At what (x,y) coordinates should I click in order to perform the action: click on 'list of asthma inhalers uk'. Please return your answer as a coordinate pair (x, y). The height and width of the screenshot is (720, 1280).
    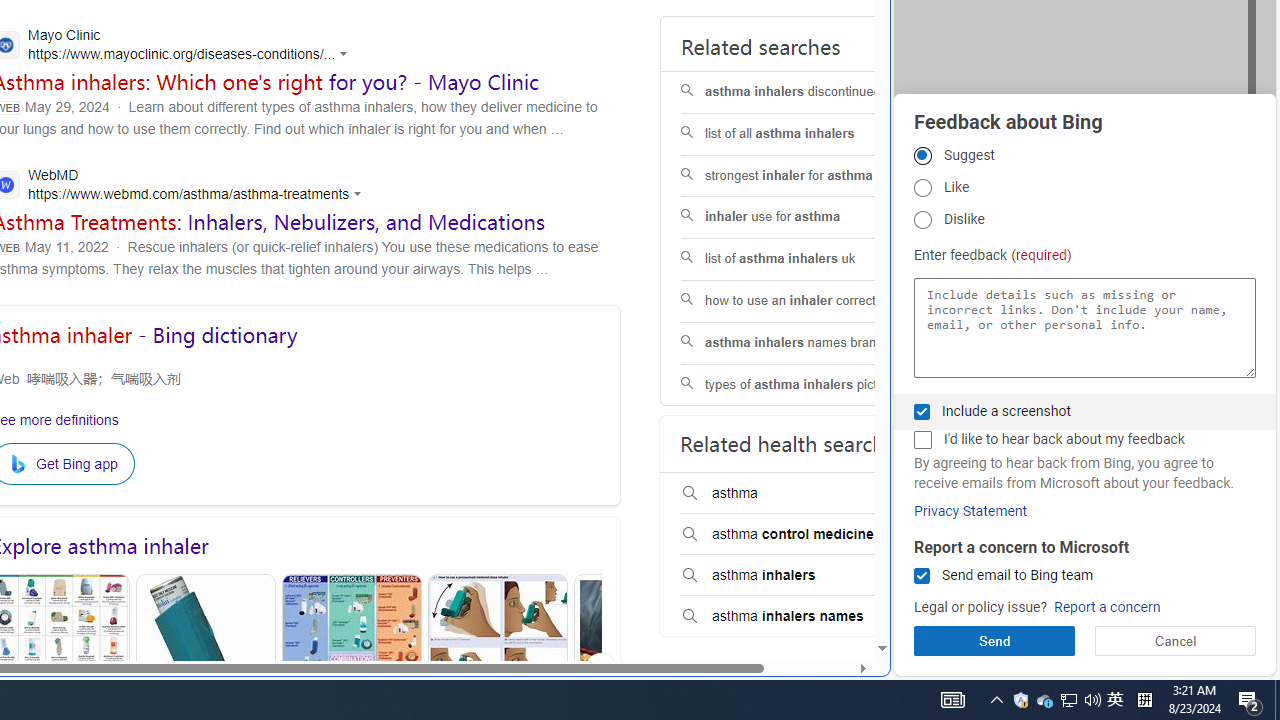
    Looking at the image, I should click on (807, 258).